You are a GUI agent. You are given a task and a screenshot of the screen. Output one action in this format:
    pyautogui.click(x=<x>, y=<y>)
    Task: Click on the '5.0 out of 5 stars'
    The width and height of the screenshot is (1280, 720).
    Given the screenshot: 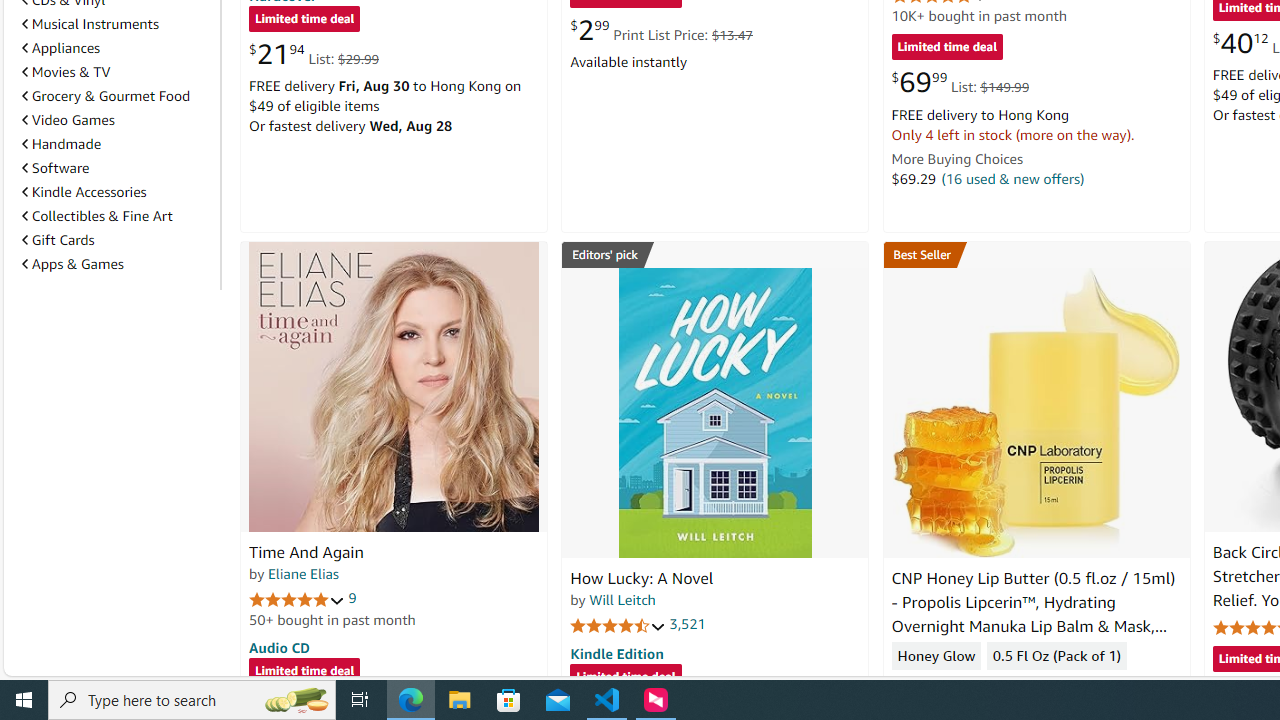 What is the action you would take?
    pyautogui.click(x=296, y=598)
    